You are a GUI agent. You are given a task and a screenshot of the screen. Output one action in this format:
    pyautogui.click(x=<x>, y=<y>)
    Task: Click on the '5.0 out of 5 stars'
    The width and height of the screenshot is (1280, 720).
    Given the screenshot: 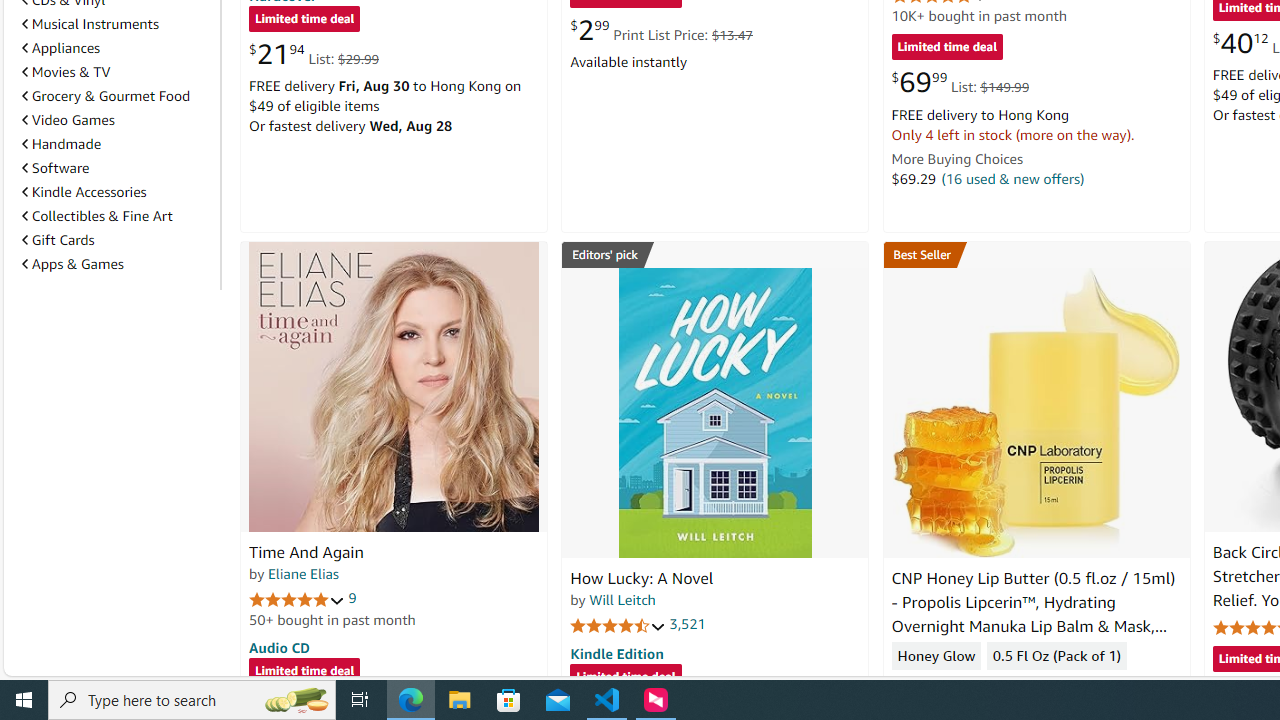 What is the action you would take?
    pyautogui.click(x=296, y=598)
    